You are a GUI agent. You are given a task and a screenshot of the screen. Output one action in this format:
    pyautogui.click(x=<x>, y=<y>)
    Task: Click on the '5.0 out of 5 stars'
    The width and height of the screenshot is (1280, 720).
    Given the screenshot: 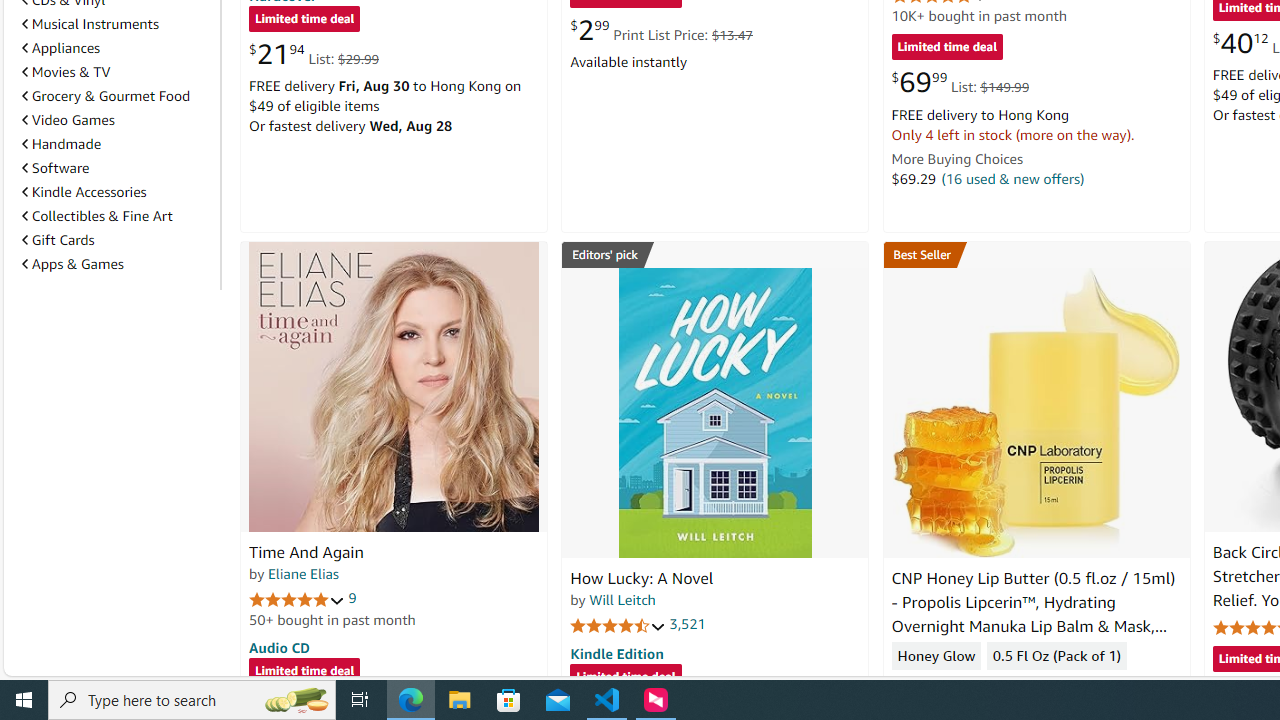 What is the action you would take?
    pyautogui.click(x=296, y=598)
    